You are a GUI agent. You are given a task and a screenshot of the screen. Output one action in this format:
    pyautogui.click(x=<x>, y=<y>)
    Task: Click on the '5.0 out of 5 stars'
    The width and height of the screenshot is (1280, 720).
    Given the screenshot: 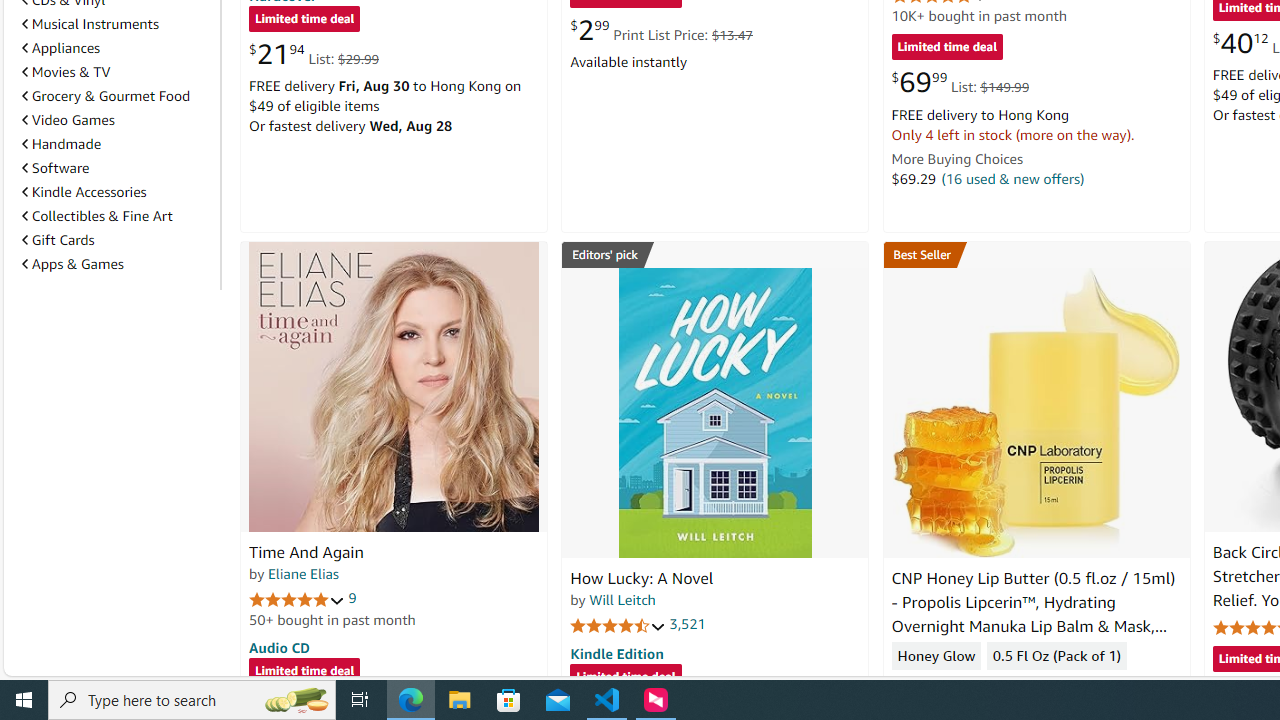 What is the action you would take?
    pyautogui.click(x=296, y=598)
    